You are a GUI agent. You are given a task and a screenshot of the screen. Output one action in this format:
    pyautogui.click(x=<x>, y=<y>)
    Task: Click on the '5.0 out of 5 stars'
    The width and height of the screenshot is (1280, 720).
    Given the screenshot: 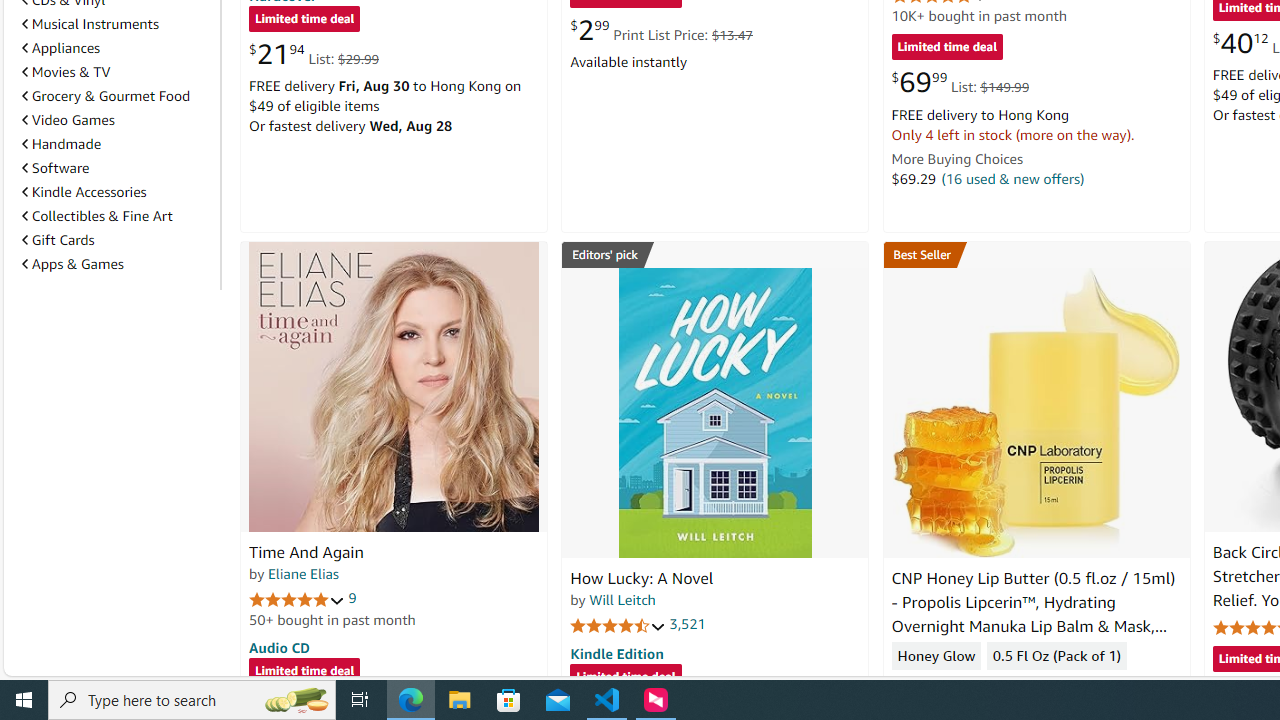 What is the action you would take?
    pyautogui.click(x=296, y=598)
    